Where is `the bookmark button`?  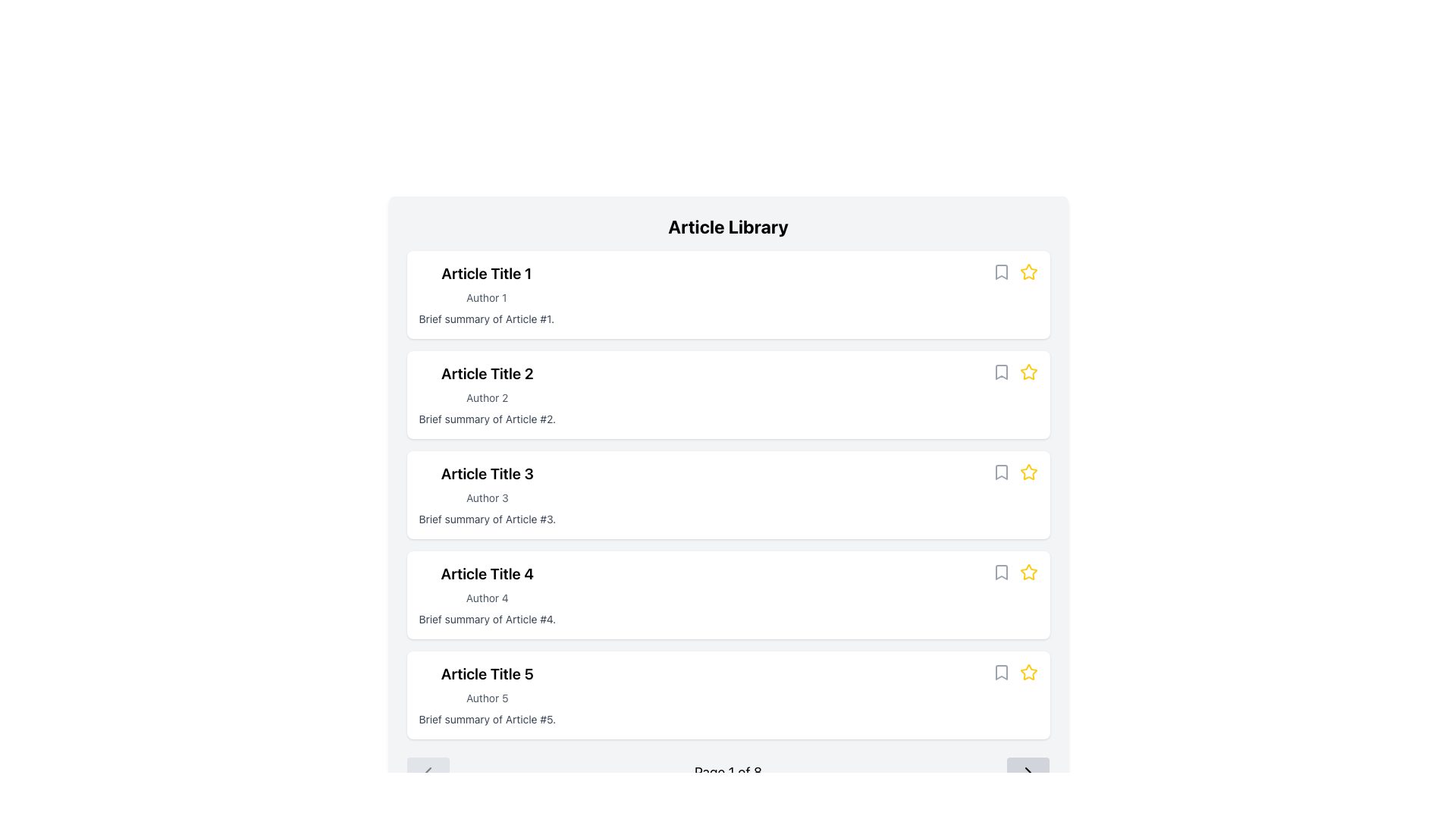 the bookmark button is located at coordinates (1001, 472).